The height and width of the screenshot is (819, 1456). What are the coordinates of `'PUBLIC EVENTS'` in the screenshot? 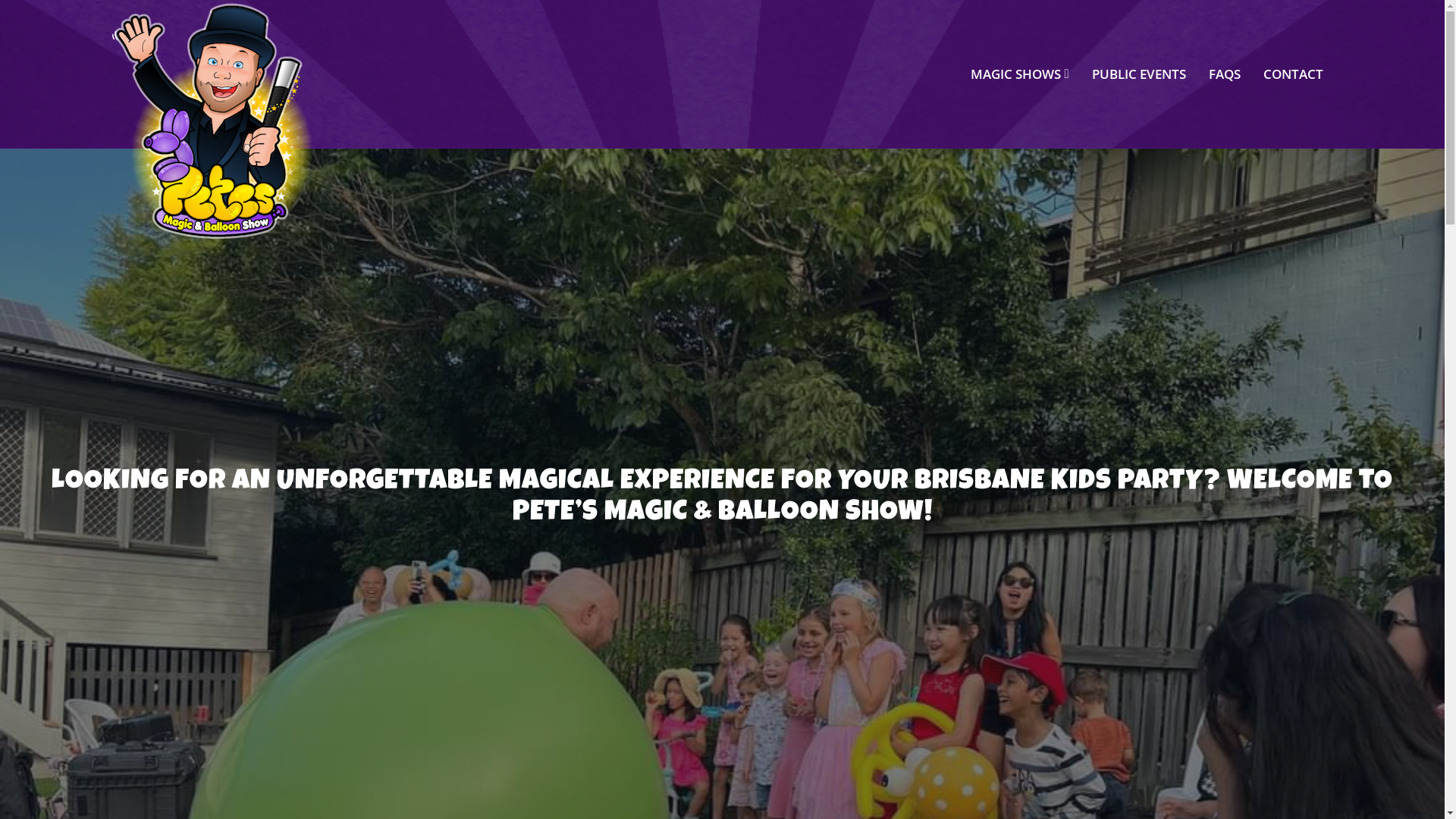 It's located at (1139, 74).